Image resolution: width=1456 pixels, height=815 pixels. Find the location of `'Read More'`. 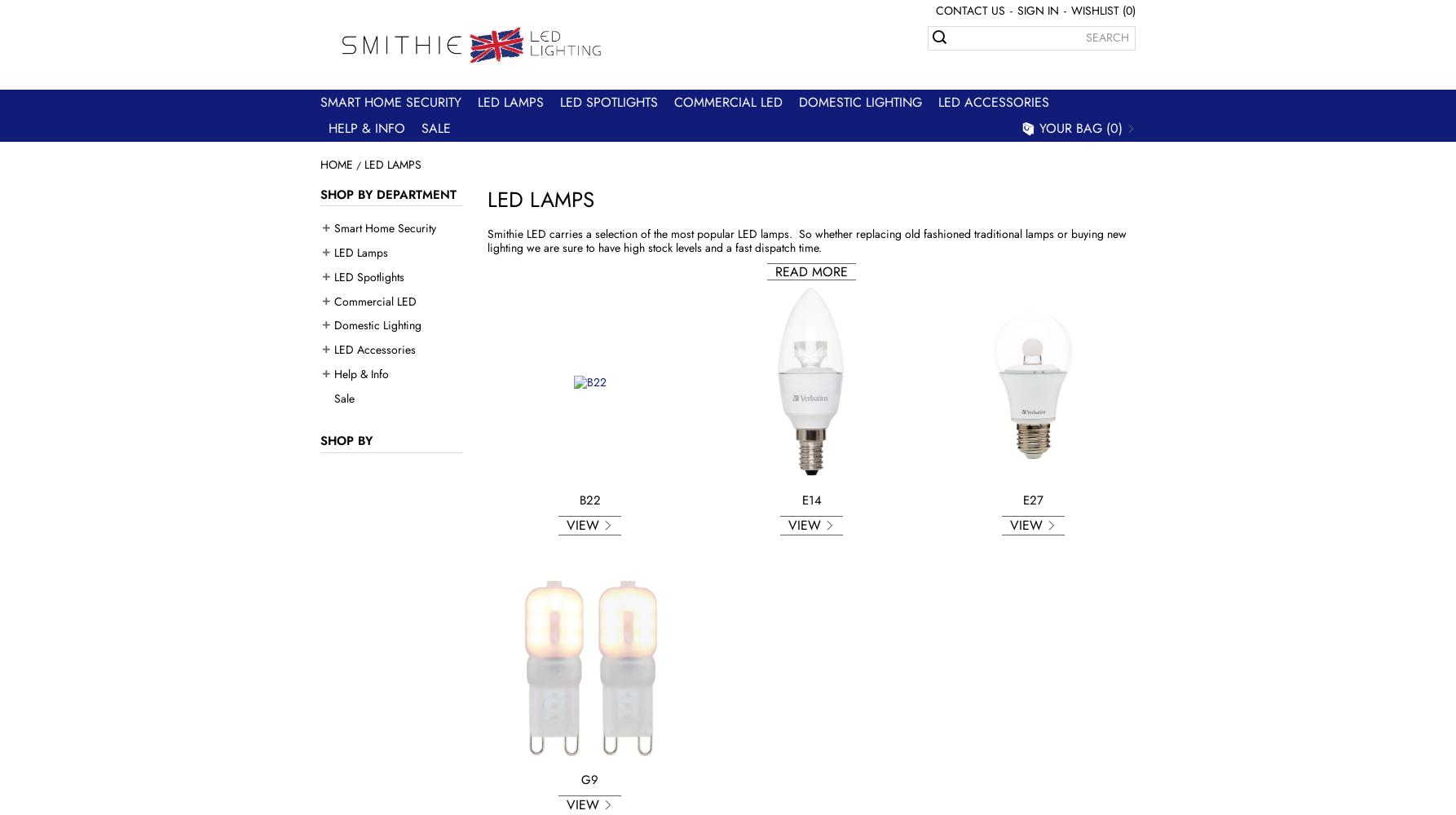

'Read More' is located at coordinates (775, 270).